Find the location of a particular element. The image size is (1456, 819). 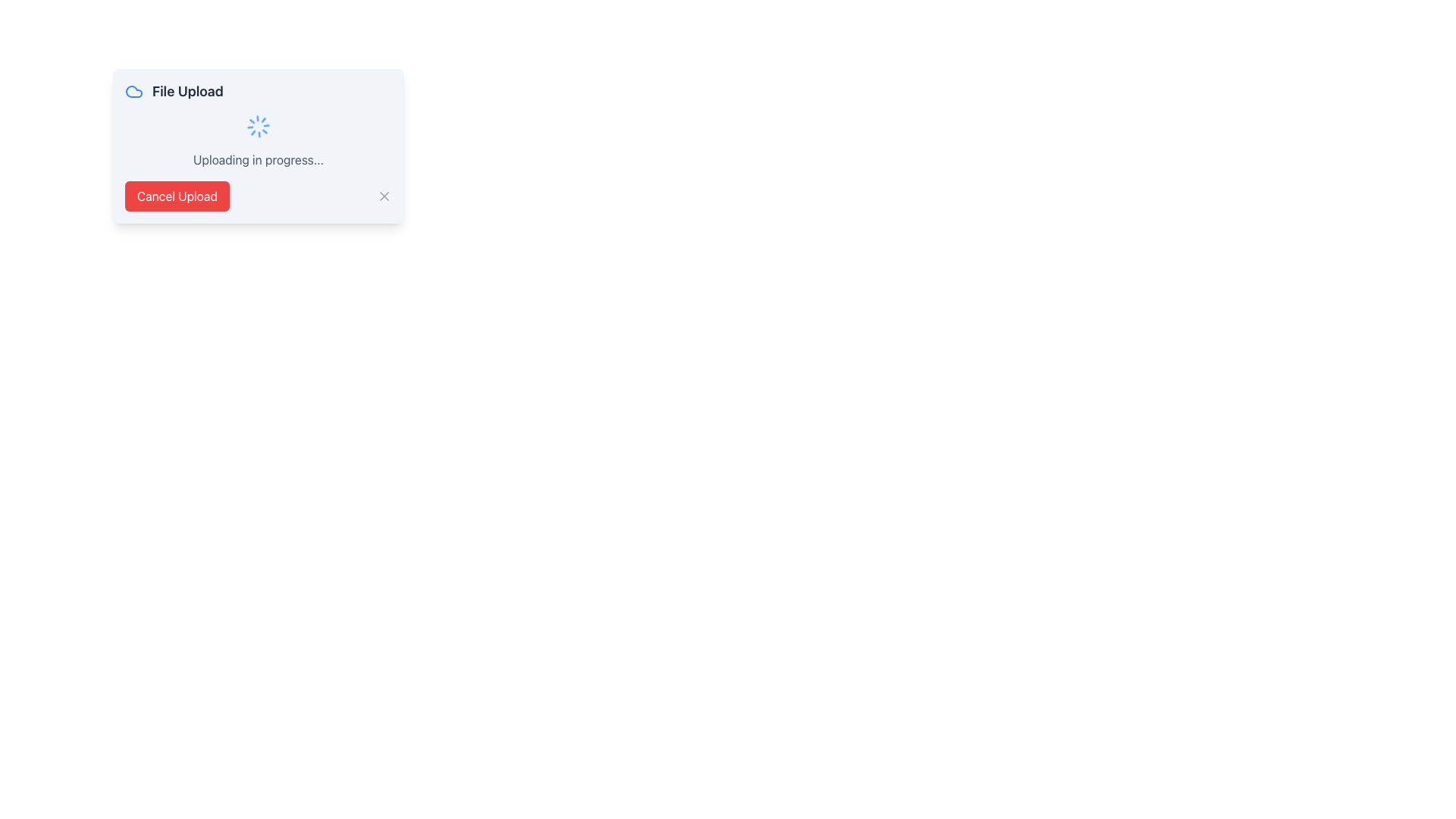

status displayed in the 'Uploading in progress...' text of the Status Display with Animation located in the 'File Upload' dialog box is located at coordinates (258, 141).